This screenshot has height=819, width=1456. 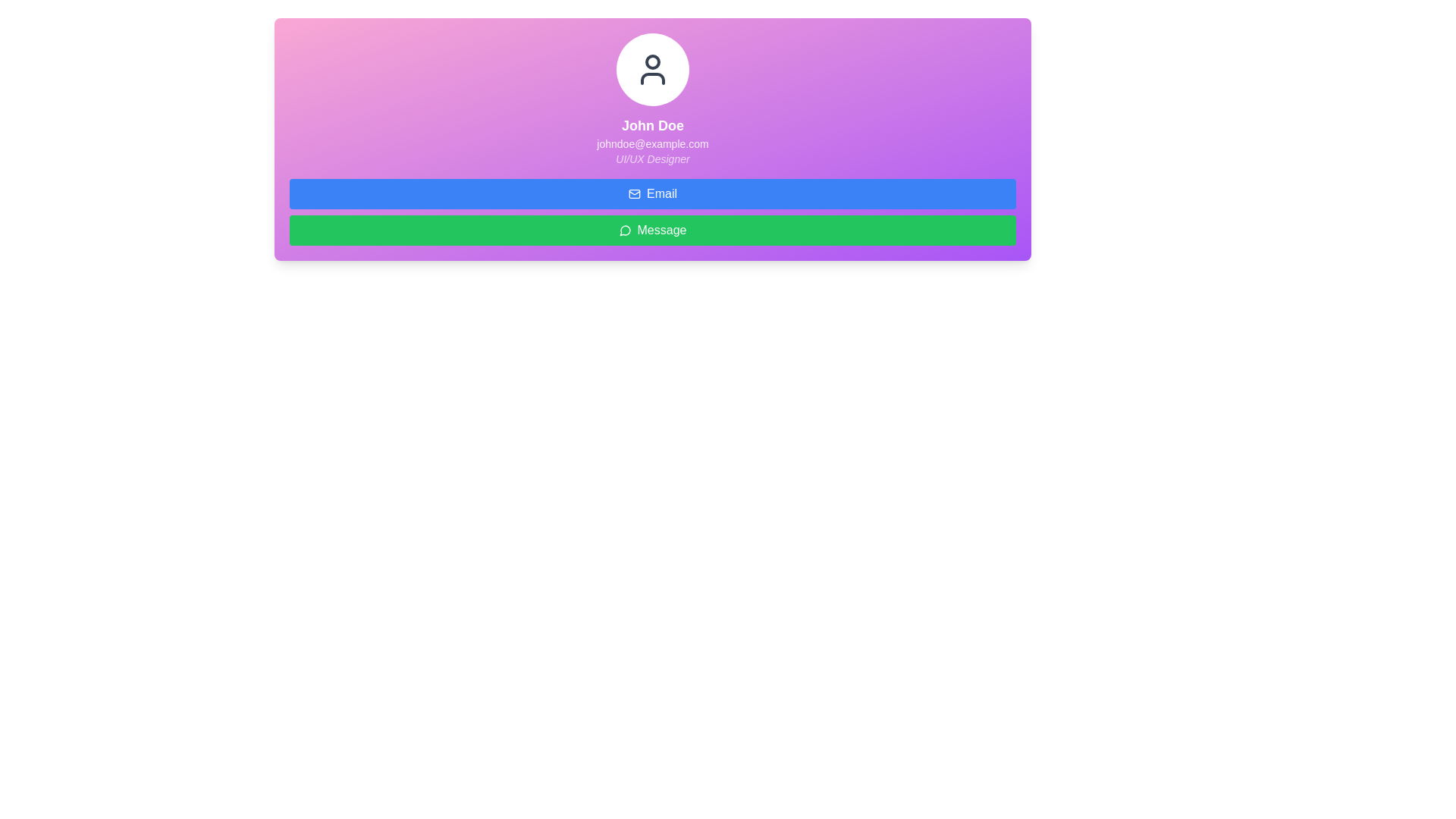 What do you see at coordinates (652, 231) in the screenshot?
I see `the green 'Message' button with a speech bubble icon to trigger the tooltip or animation` at bounding box center [652, 231].